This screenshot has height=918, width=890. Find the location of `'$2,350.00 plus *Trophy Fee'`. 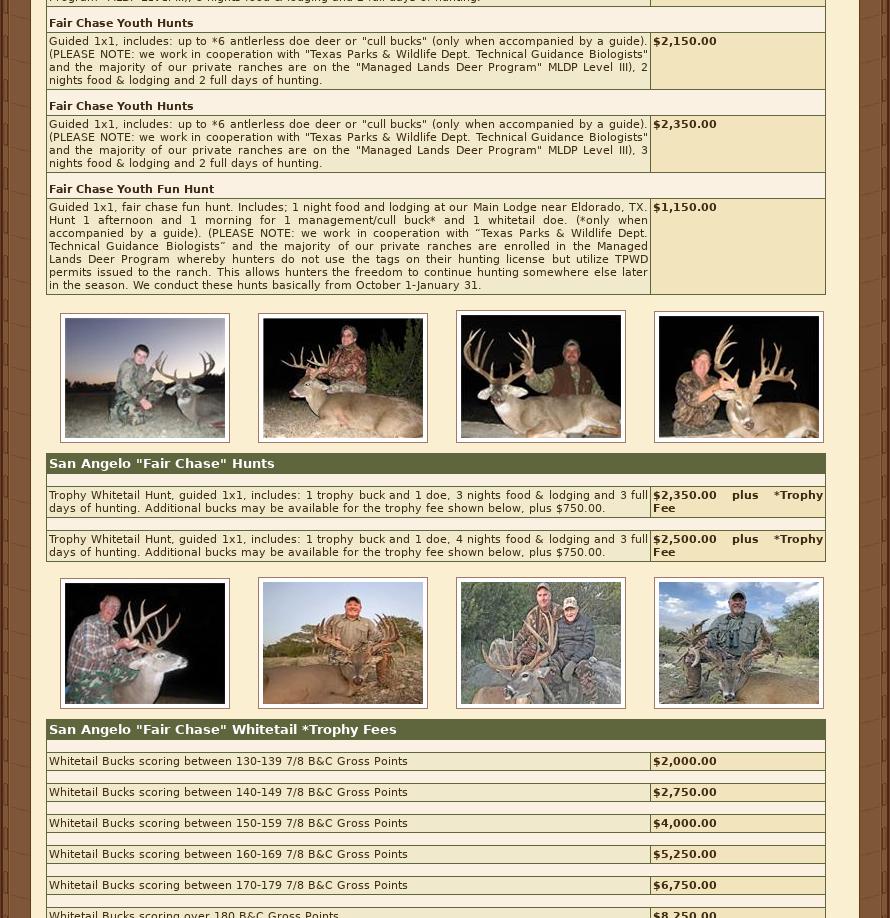

'$2,350.00 plus *Trophy Fee' is located at coordinates (736, 501).